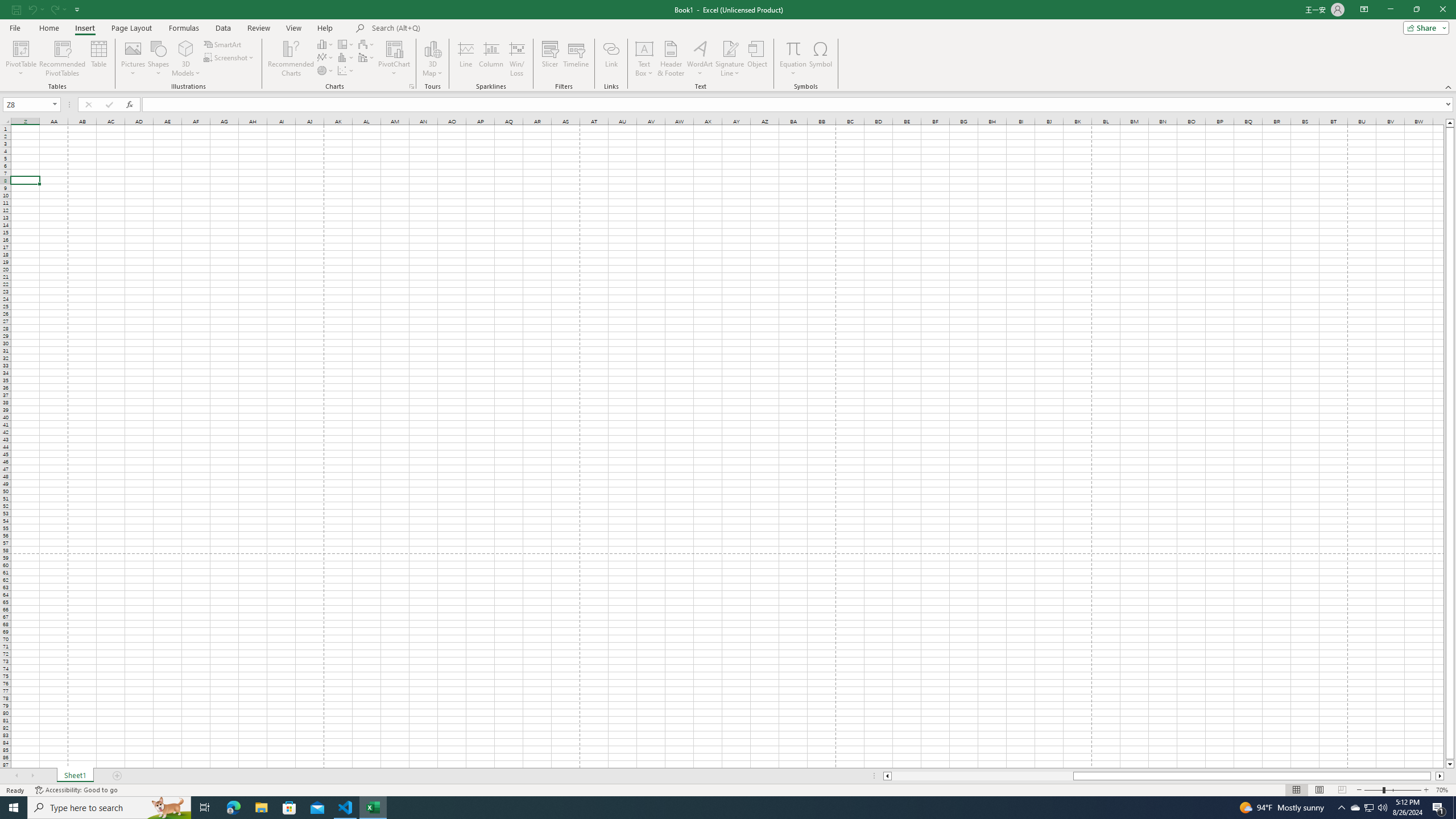 Image resolution: width=1456 pixels, height=819 pixels. Describe the element at coordinates (821, 59) in the screenshot. I see `'Symbol...'` at that location.